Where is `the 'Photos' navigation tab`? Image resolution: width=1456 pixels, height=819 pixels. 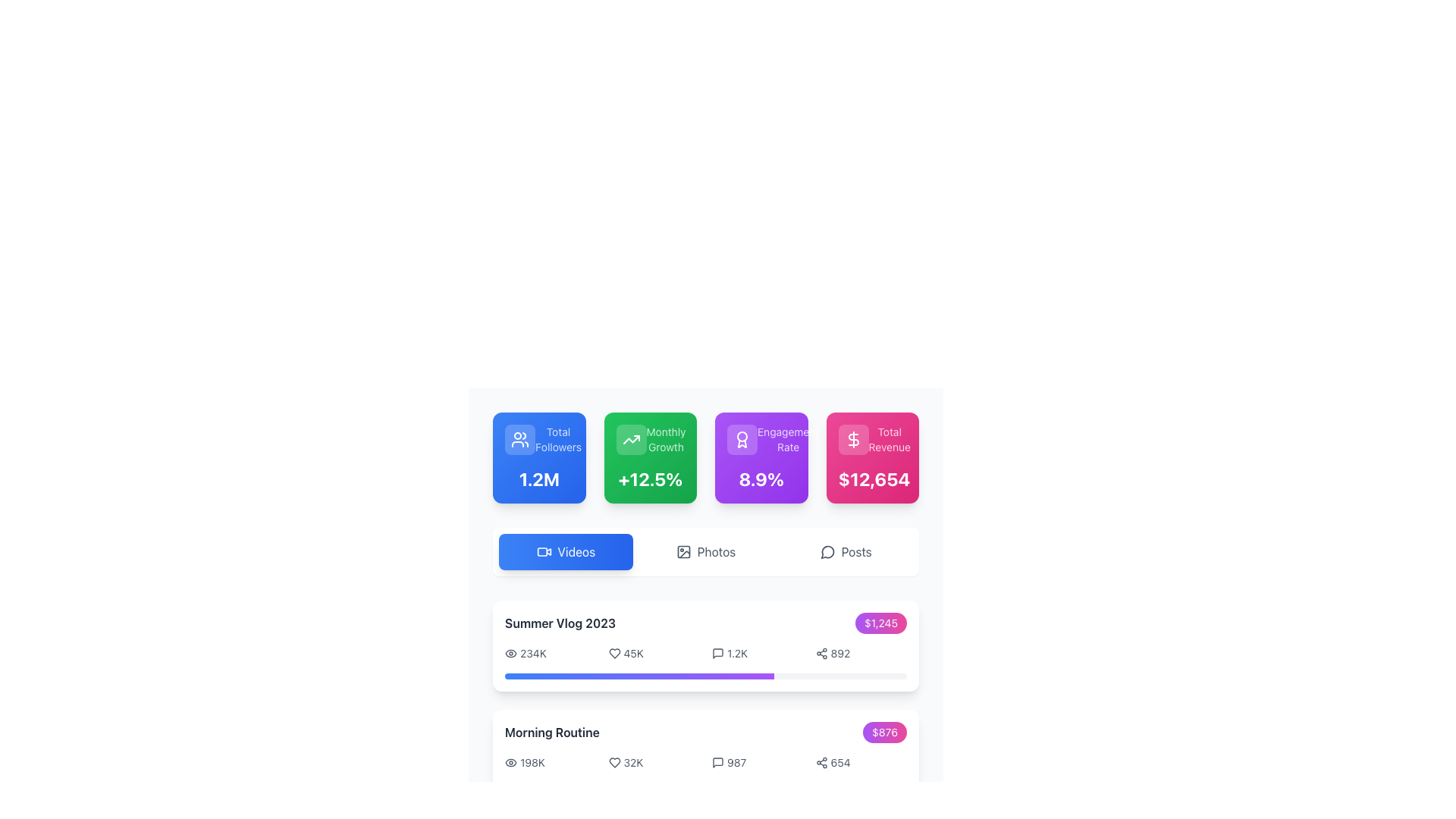
the 'Photos' navigation tab is located at coordinates (716, 552).